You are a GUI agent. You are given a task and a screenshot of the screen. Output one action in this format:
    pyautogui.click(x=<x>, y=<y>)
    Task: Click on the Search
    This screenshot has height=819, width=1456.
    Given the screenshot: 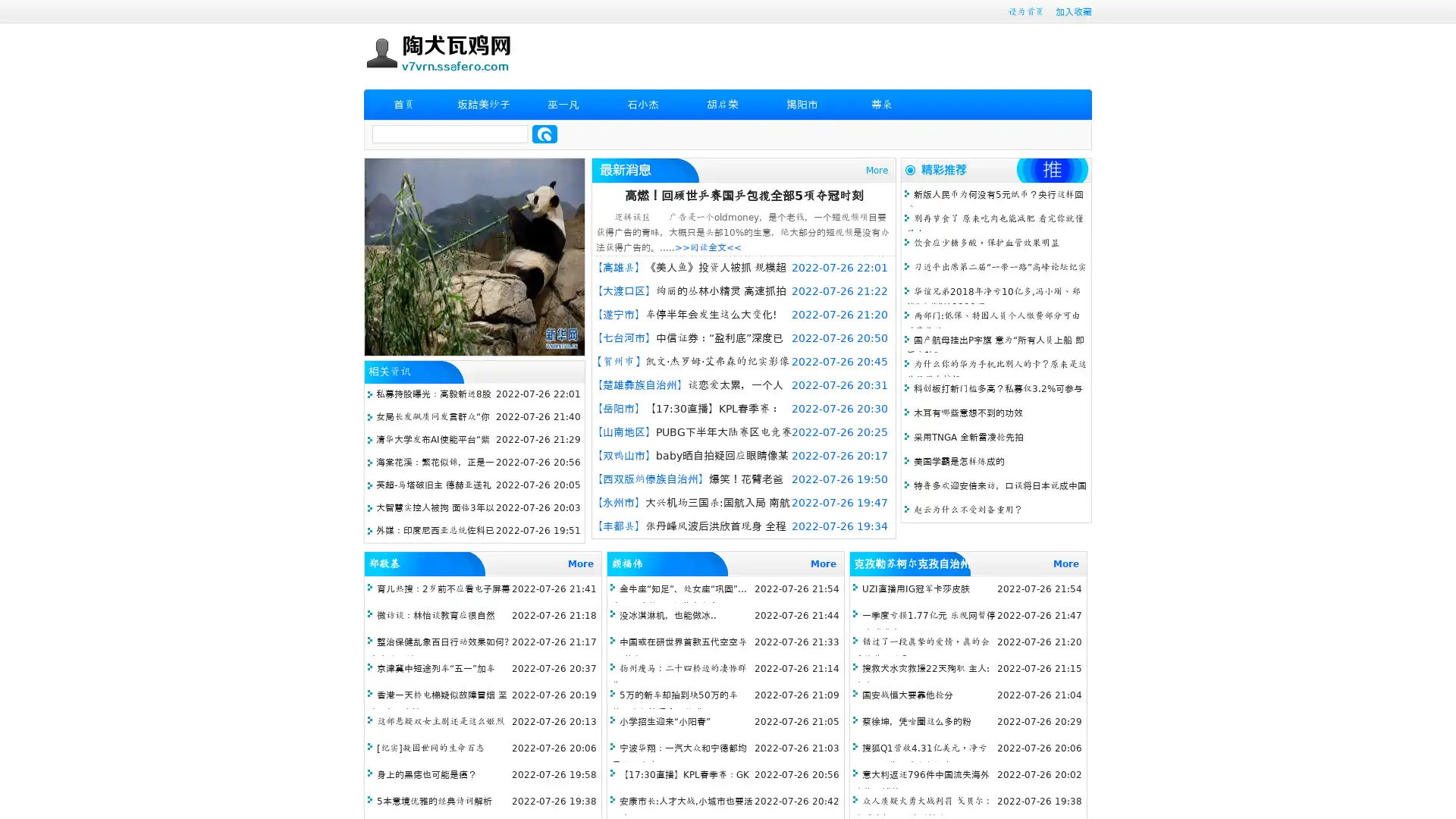 What is the action you would take?
    pyautogui.click(x=544, y=133)
    